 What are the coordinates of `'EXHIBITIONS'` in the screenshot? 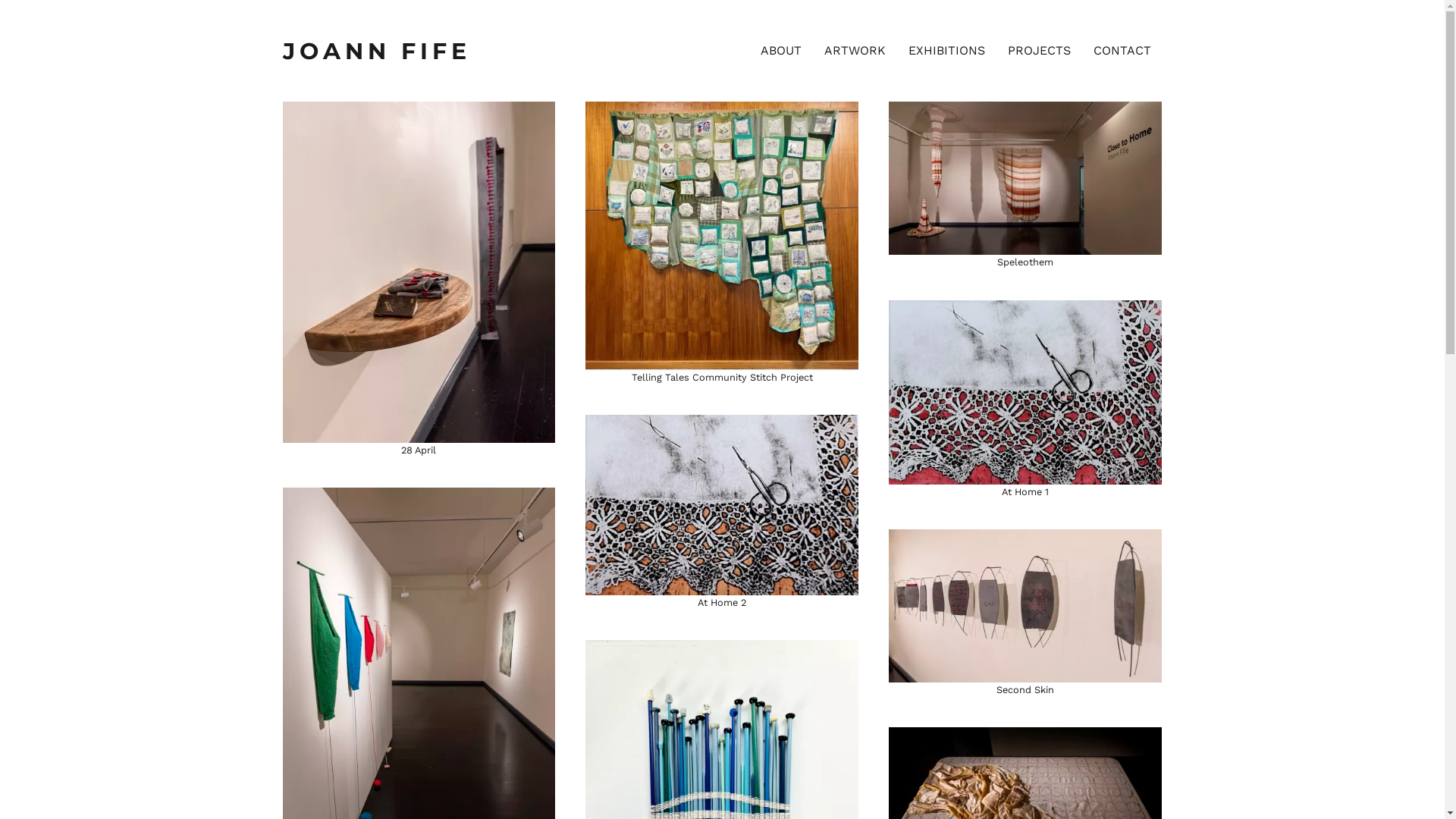 It's located at (945, 49).